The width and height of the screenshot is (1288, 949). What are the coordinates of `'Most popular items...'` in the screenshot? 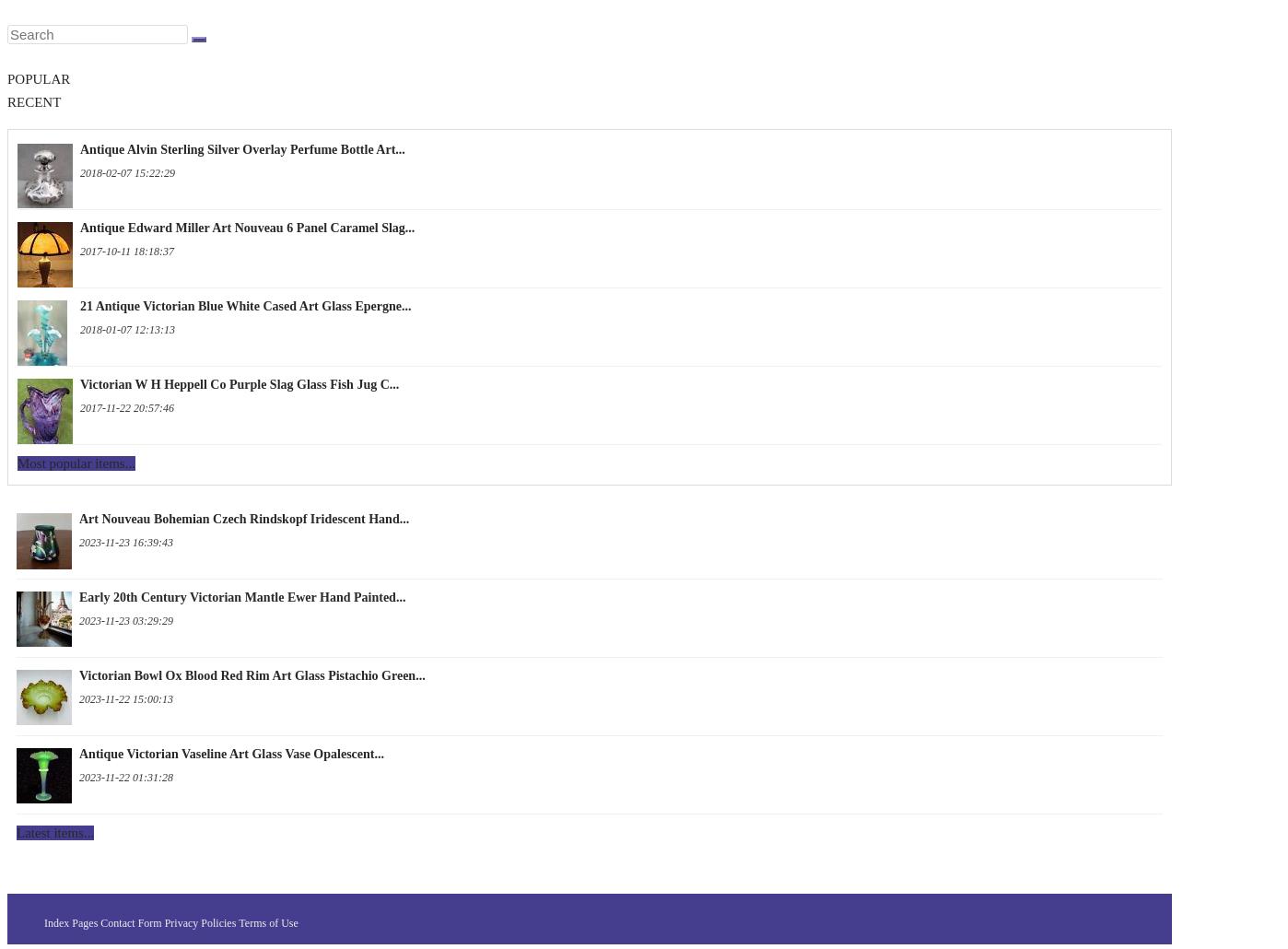 It's located at (18, 462).